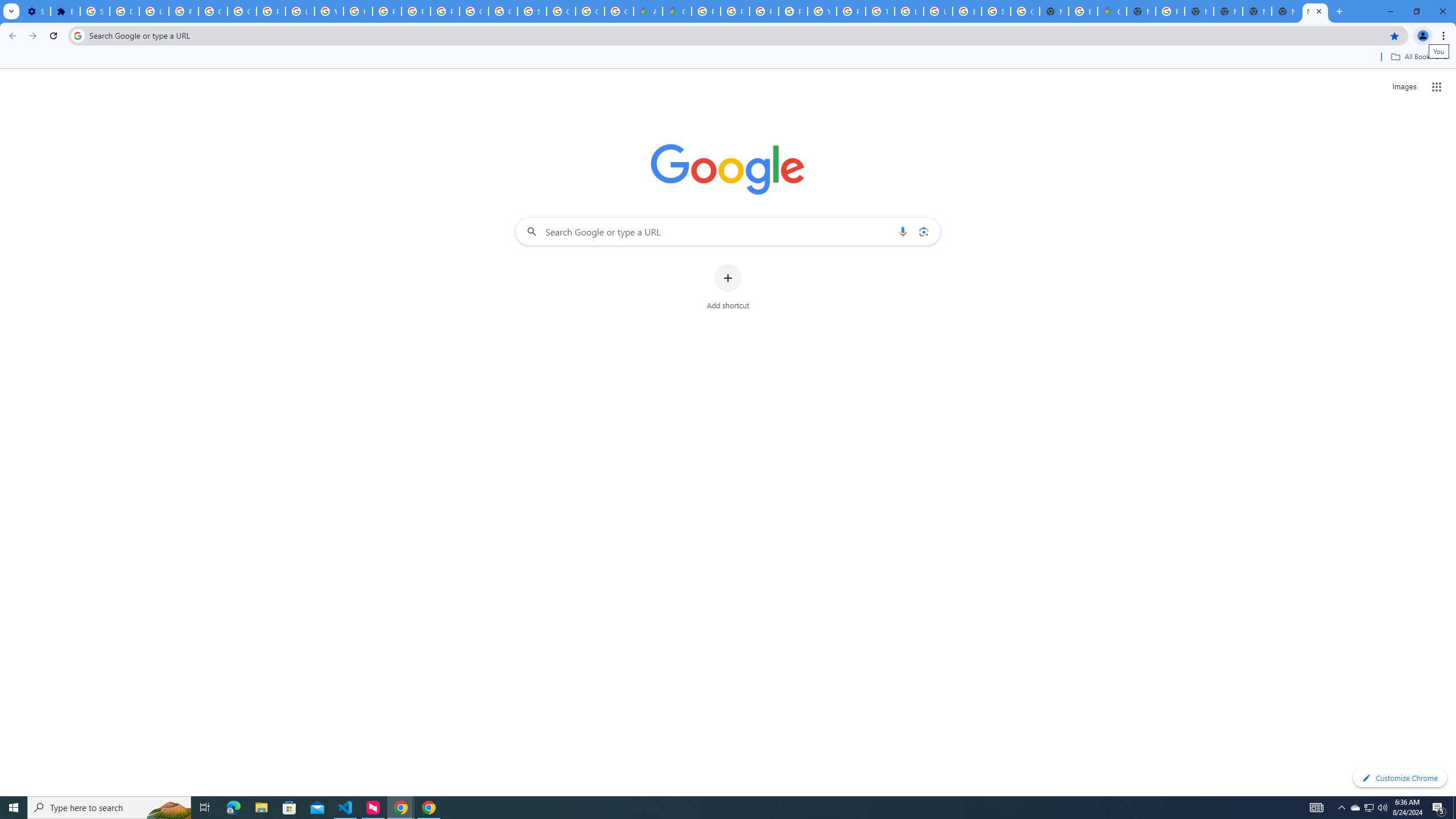 The image size is (1456, 819). I want to click on 'Create your Google Account', so click(619, 11).